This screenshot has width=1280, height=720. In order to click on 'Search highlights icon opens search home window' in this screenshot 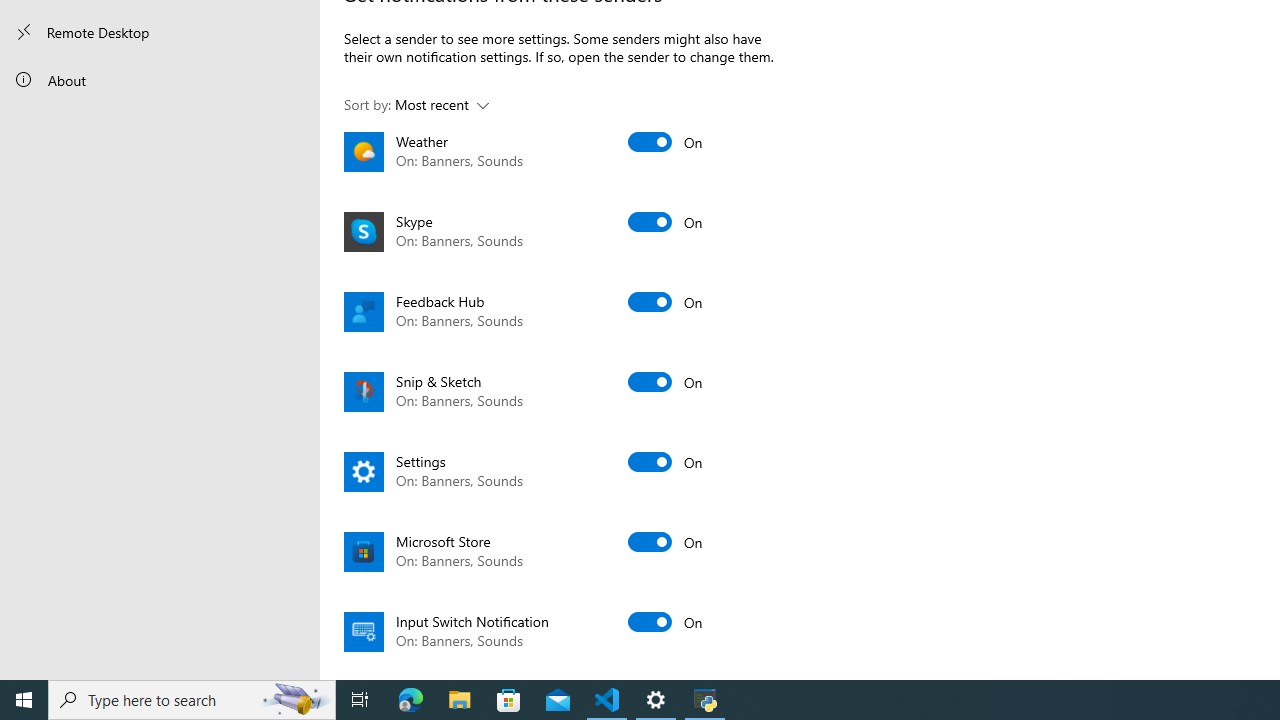, I will do `click(294, 698)`.